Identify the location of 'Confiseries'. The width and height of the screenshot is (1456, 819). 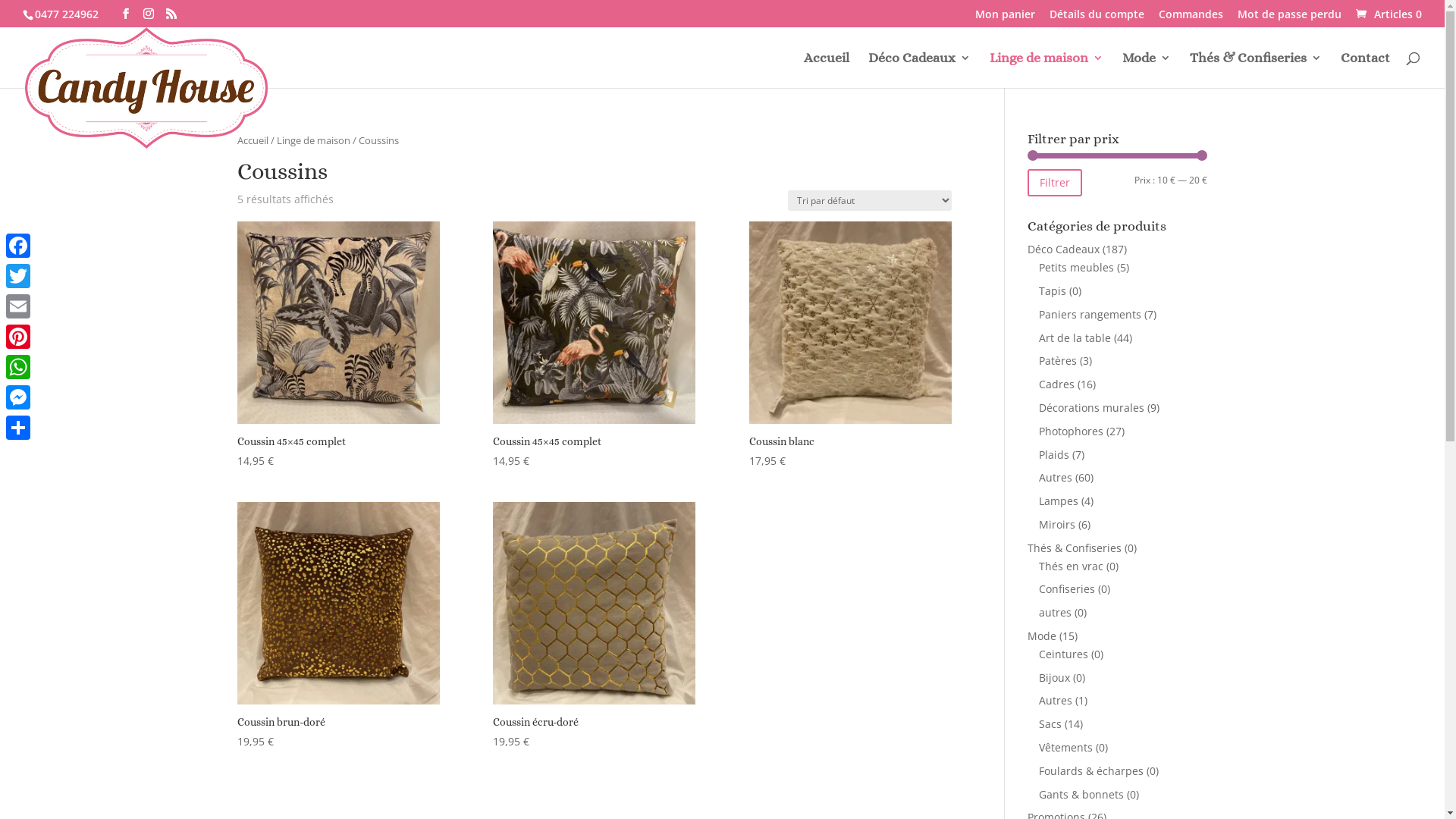
(1065, 588).